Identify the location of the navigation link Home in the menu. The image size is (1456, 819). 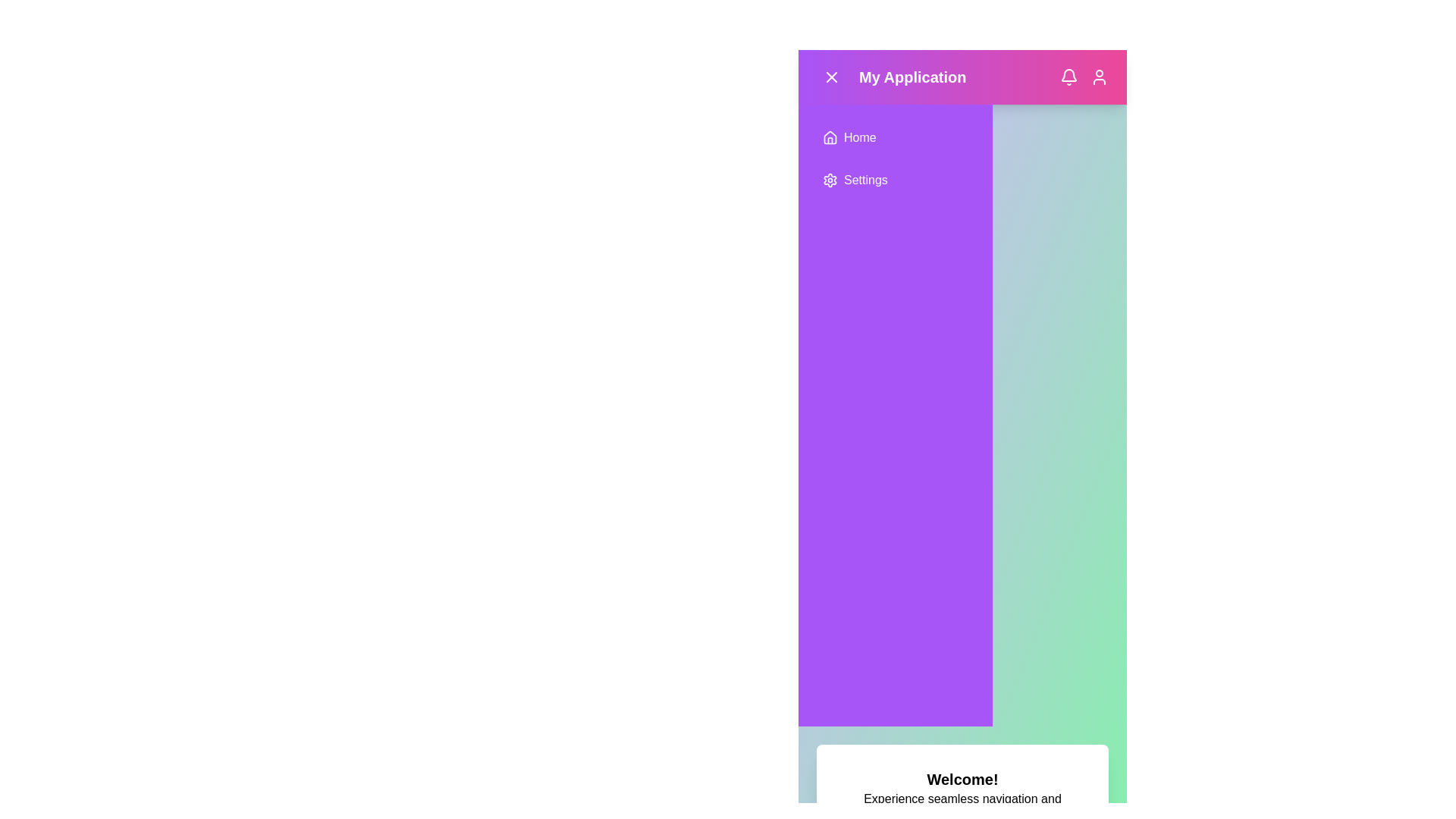
(895, 137).